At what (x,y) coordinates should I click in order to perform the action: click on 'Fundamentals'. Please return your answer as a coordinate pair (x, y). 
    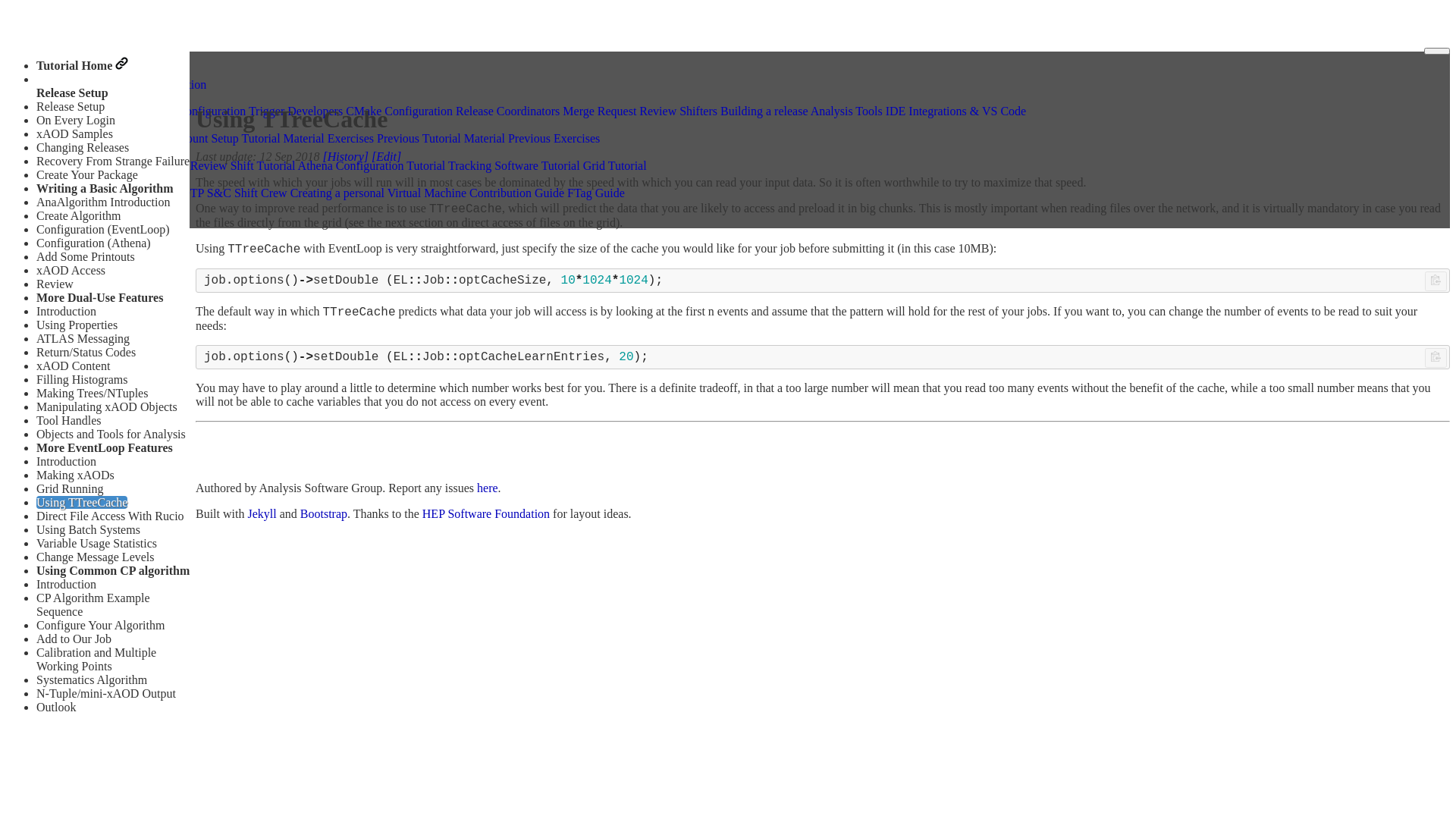
    Looking at the image, I should click on (130, 138).